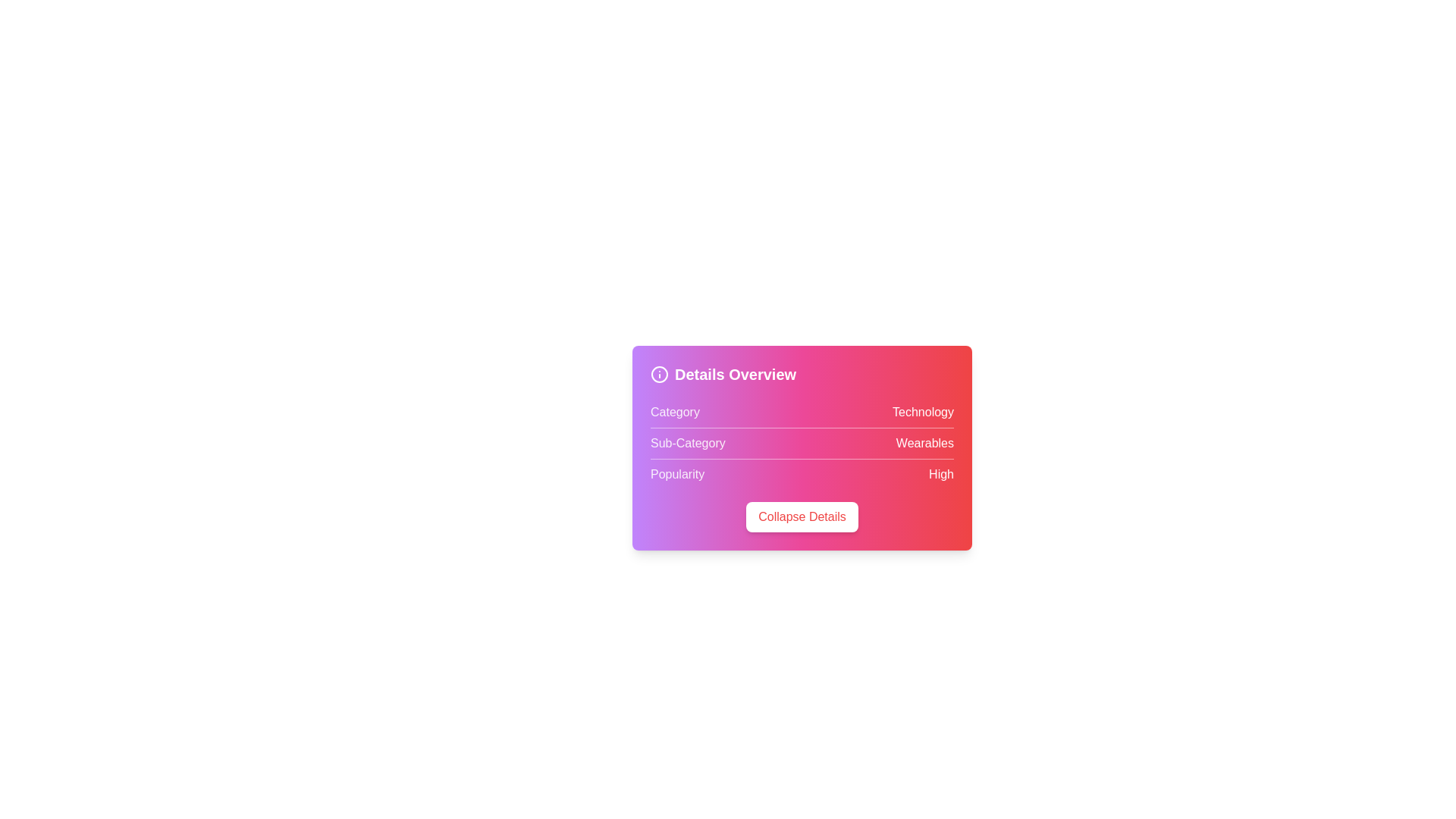 This screenshot has width=1456, height=819. What do you see at coordinates (676, 473) in the screenshot?
I see `the Static Text Label displaying 'Popularity', which is styled with a white font color and located on a gradient background transitioning from purple to pink, near the bottom-left of a horizontally distributed pair aligned with the 'High' label` at bounding box center [676, 473].